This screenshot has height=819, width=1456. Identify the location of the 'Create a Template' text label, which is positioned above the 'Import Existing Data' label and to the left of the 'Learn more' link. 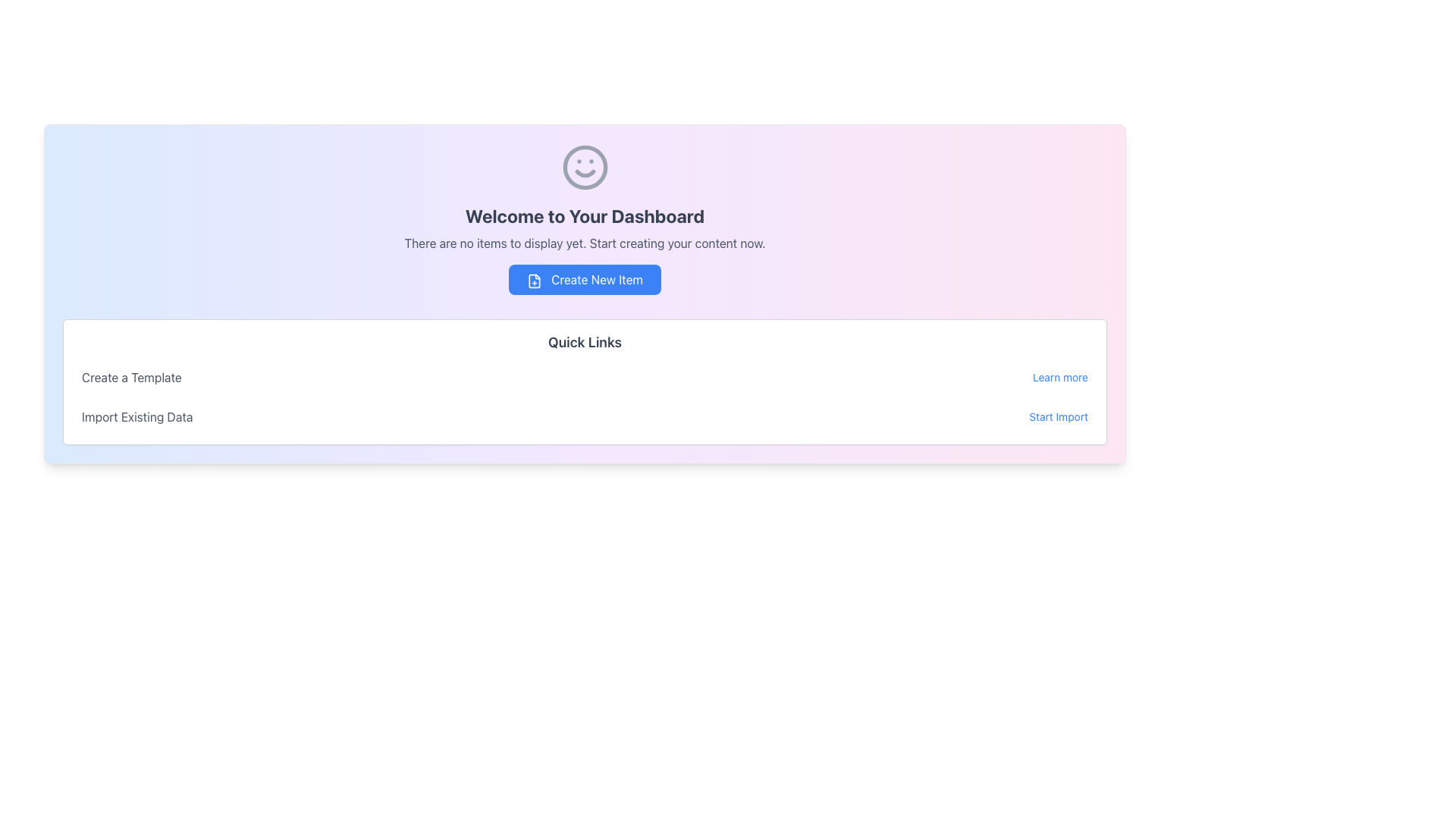
(131, 376).